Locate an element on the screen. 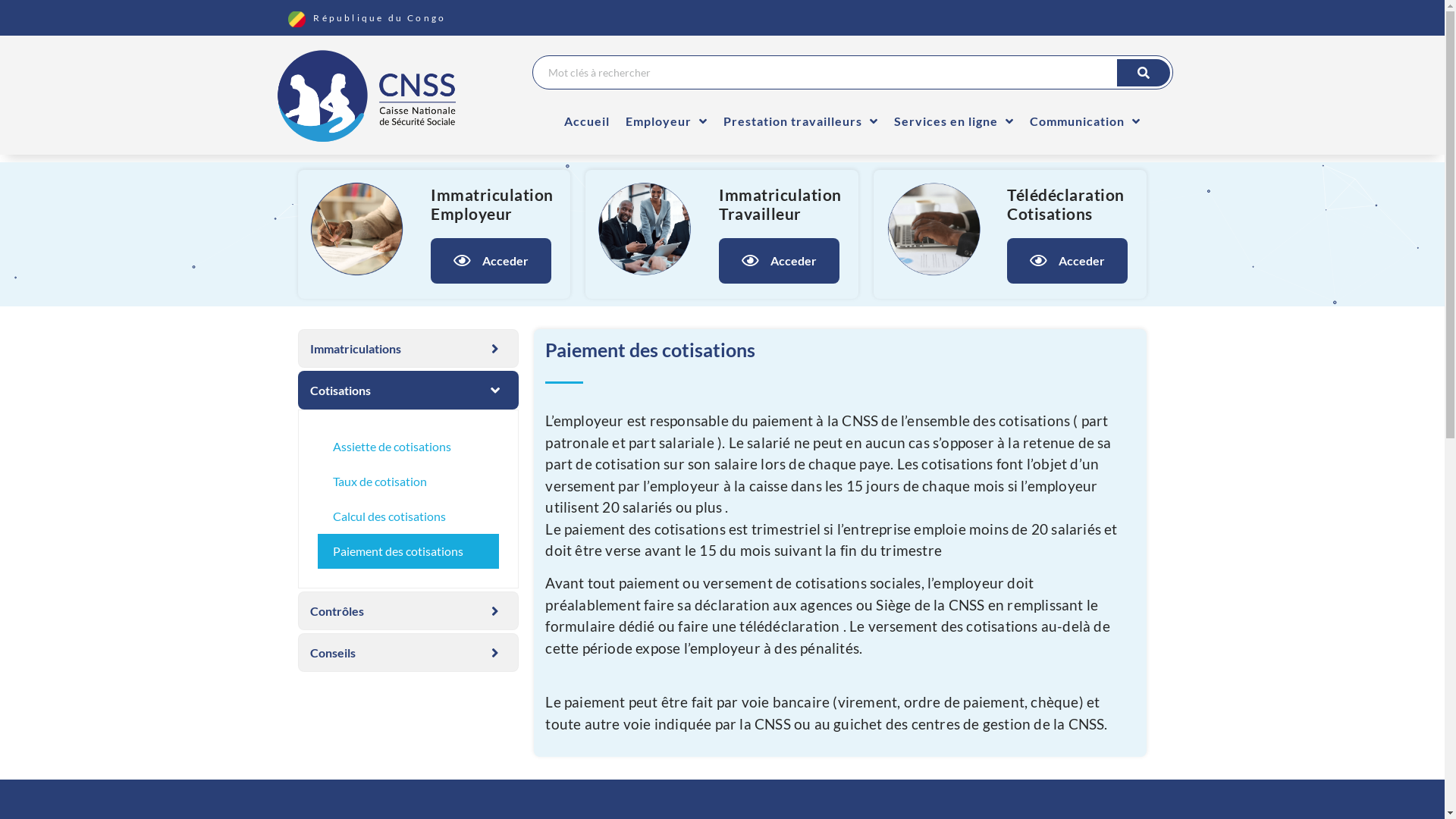 Image resolution: width=1456 pixels, height=819 pixels. 'Employeur' is located at coordinates (666, 120).